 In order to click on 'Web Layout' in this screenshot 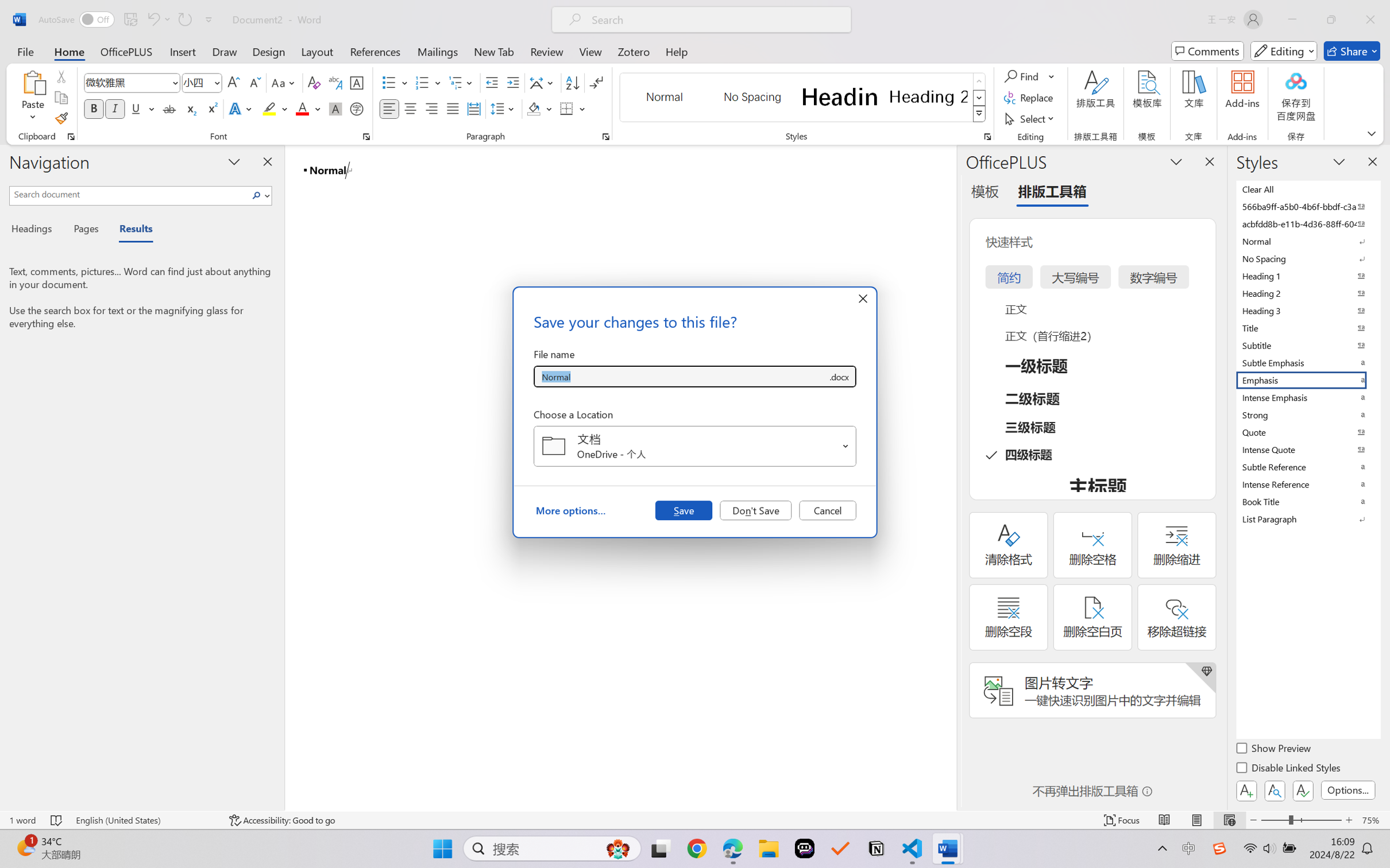, I will do `click(1229, 820)`.